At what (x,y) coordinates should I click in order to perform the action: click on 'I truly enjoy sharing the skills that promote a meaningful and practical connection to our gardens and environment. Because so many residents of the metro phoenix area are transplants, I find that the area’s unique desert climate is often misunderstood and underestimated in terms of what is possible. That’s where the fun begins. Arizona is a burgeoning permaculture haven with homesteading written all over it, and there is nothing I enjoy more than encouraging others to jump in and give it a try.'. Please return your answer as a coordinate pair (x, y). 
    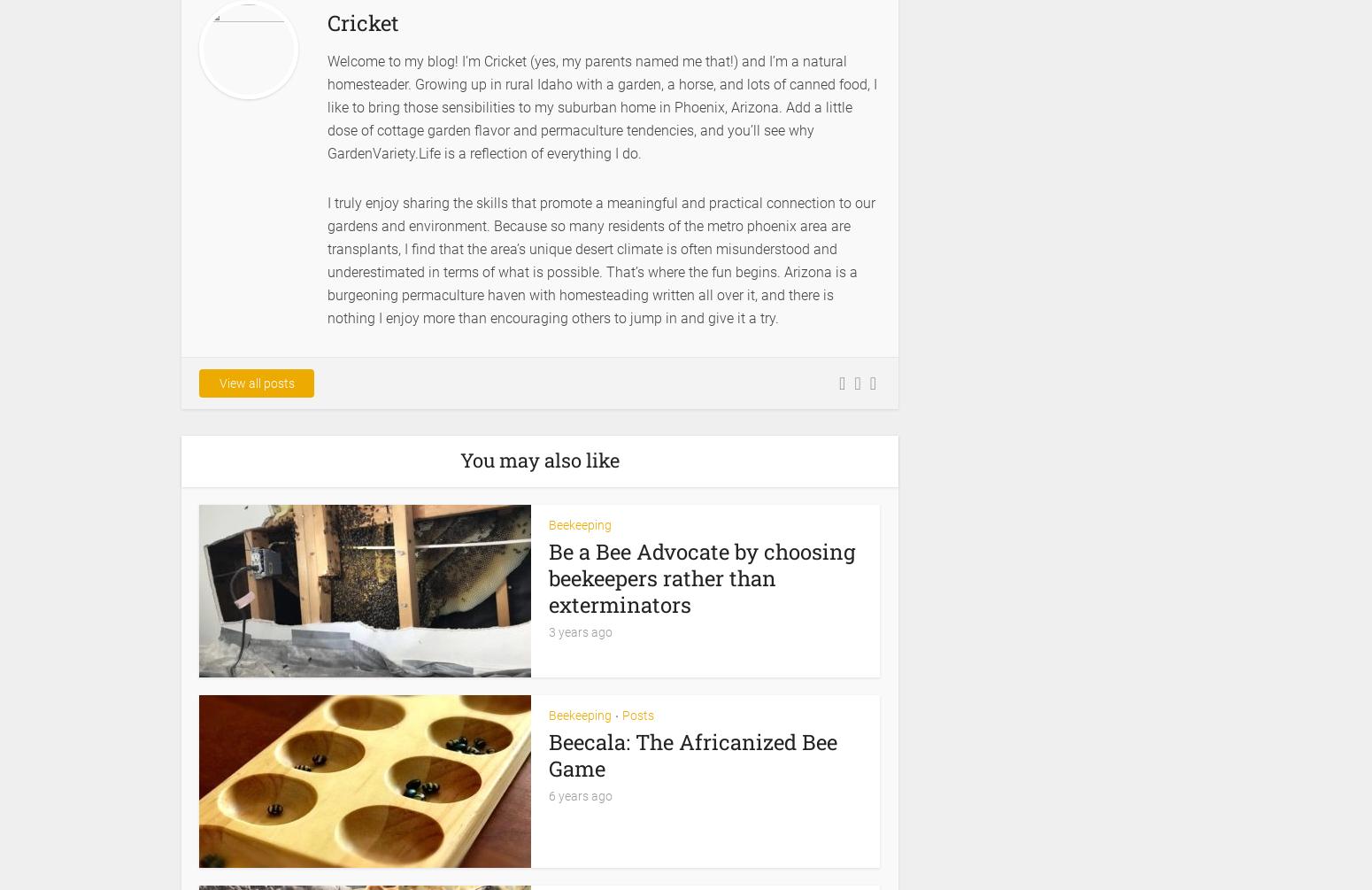
    Looking at the image, I should click on (600, 259).